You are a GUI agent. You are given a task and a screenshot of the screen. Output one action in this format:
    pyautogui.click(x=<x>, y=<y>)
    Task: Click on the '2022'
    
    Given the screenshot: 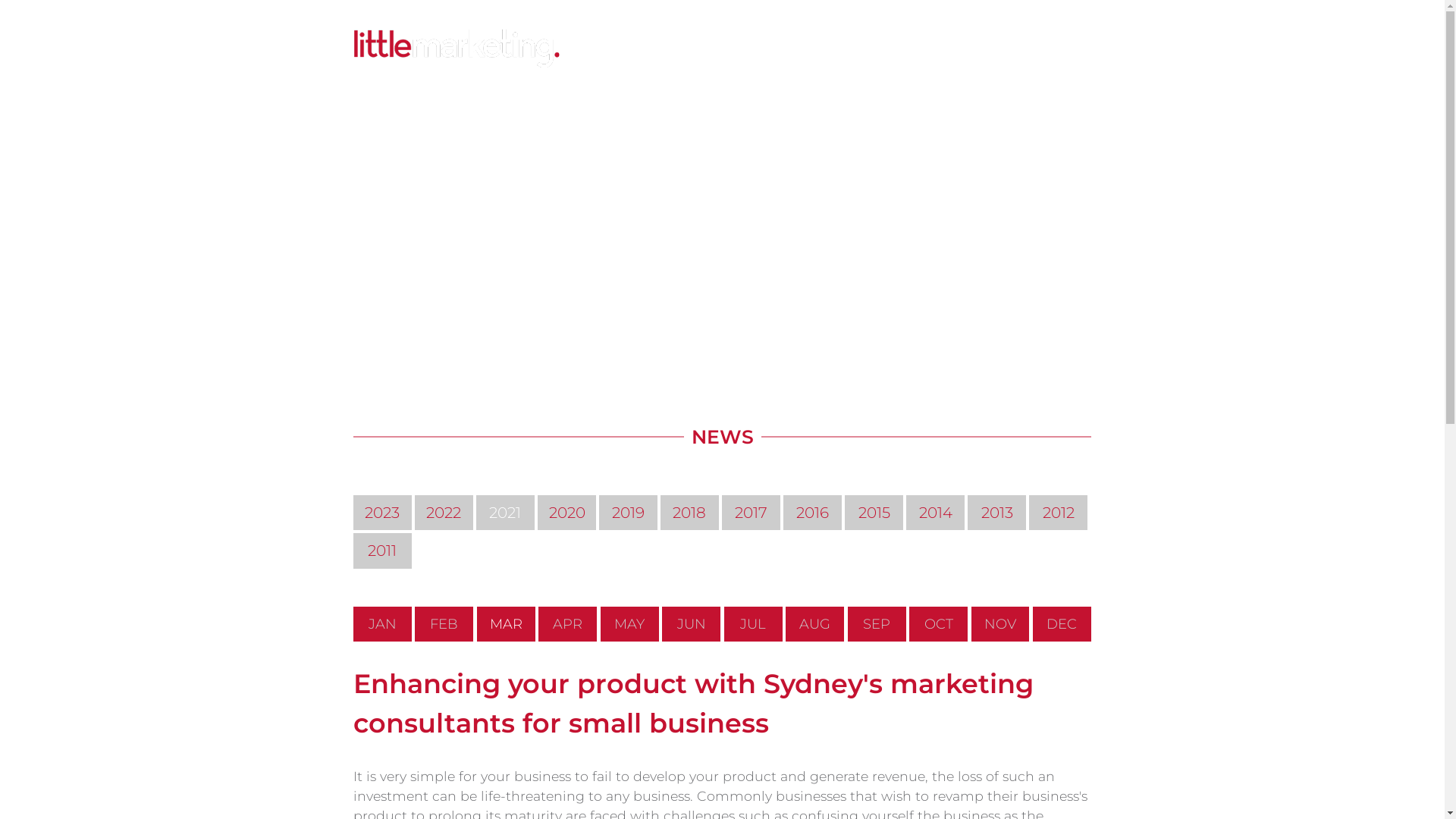 What is the action you would take?
    pyautogui.click(x=443, y=512)
    